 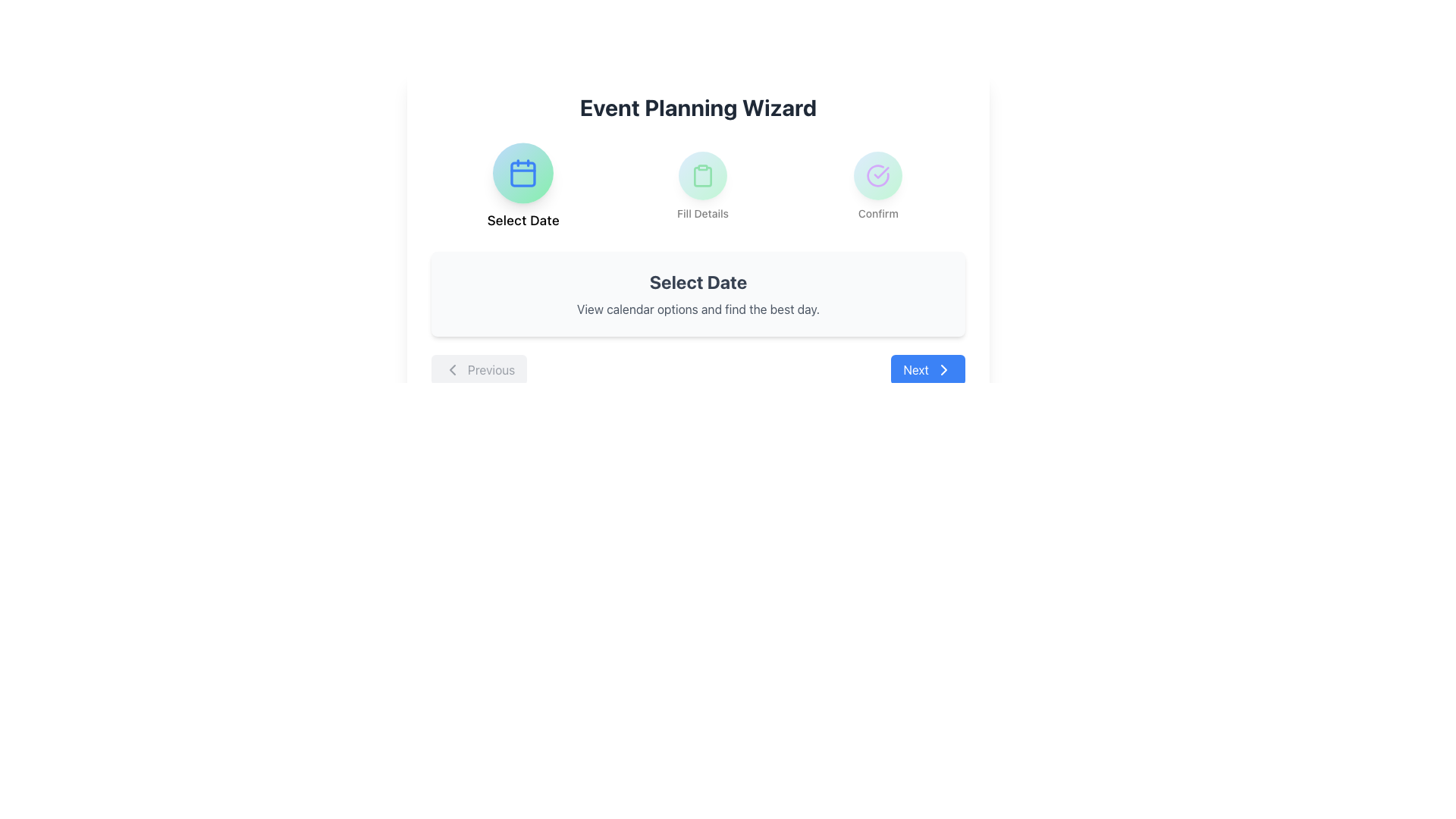 I want to click on the 'Previous' text label located on the bottom-left side of the page inside a rounded rectangular button with a light gray background, so click(x=491, y=370).